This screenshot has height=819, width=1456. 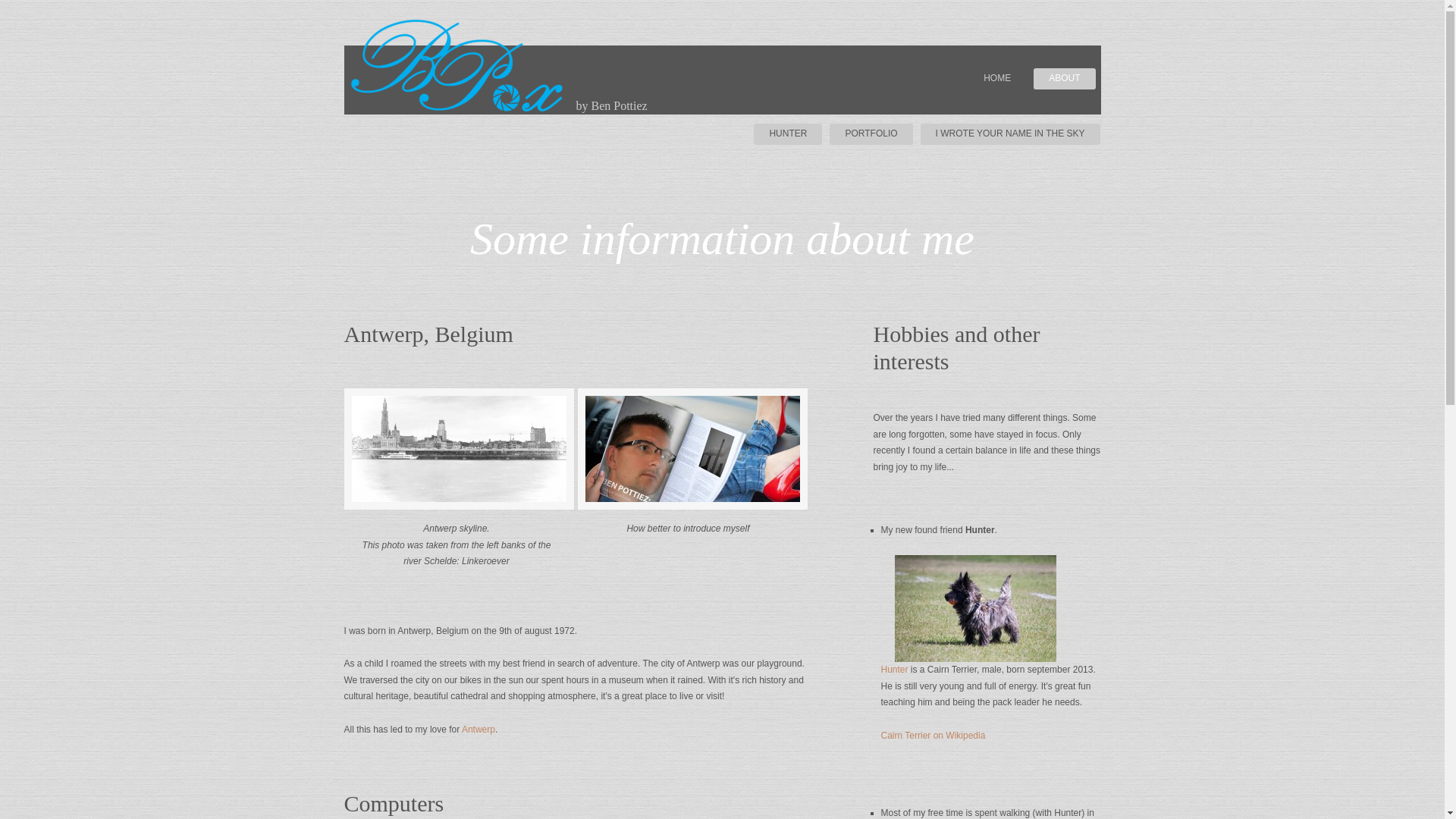 I want to click on 'ABOUT', so click(x=1033, y=79).